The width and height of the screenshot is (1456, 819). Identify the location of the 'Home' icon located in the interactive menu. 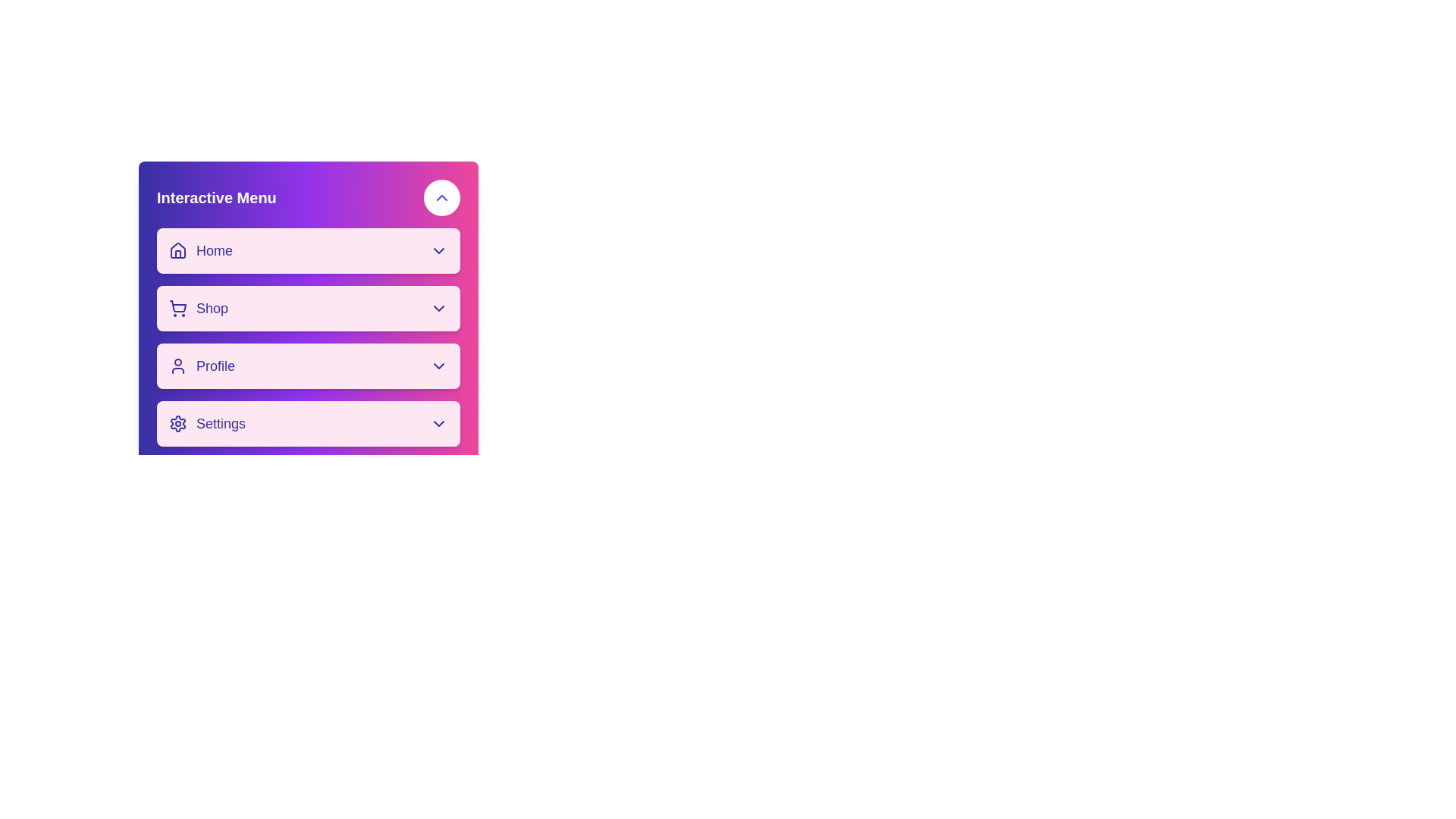
(178, 250).